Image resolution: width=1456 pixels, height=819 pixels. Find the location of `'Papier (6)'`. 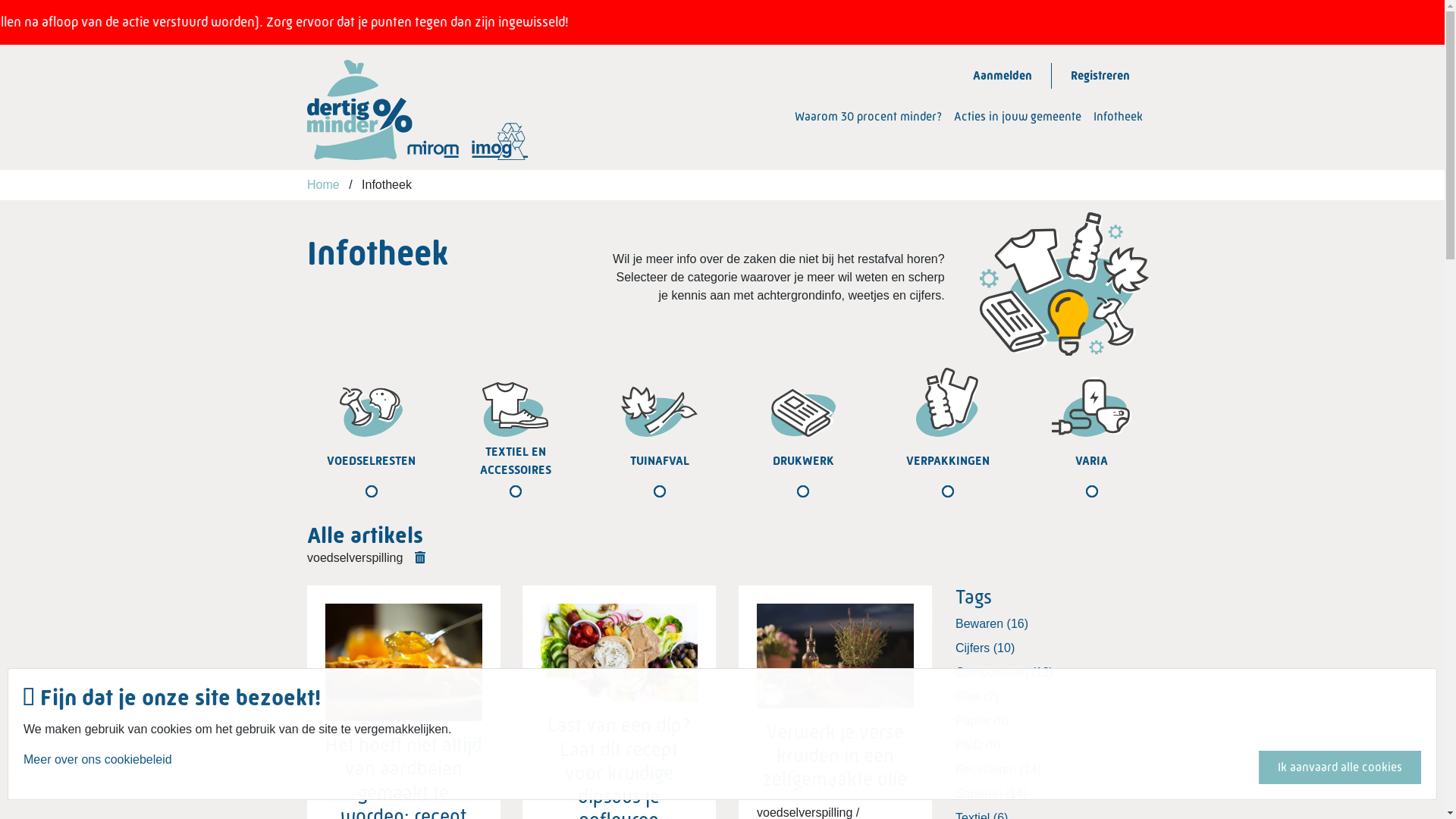

'Papier (6)' is located at coordinates (1051, 720).